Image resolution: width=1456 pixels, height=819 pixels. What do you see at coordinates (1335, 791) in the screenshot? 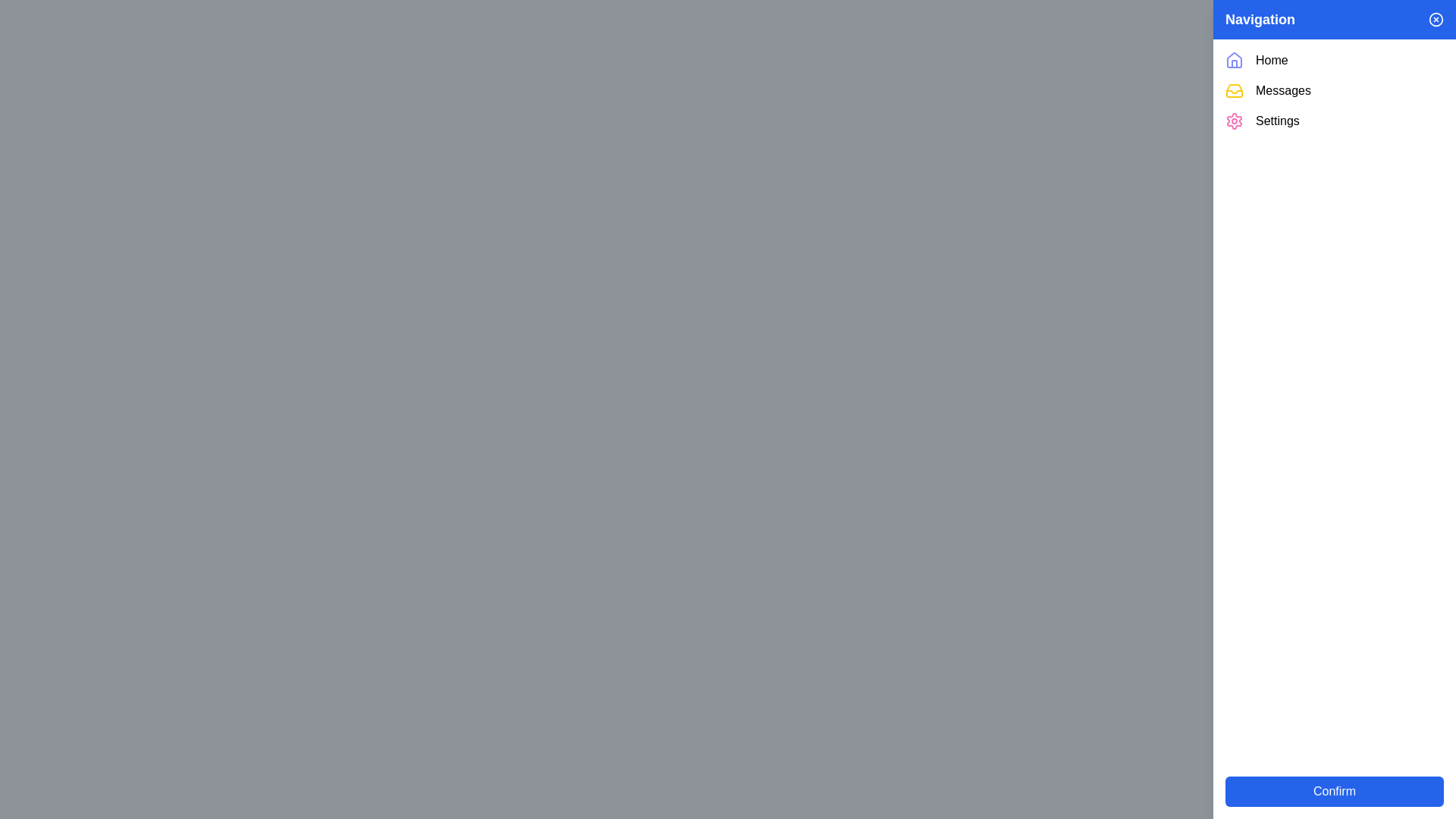
I see `the 'Confirm' button located at the bottom right corner of the interface to observe any appearance change` at bounding box center [1335, 791].